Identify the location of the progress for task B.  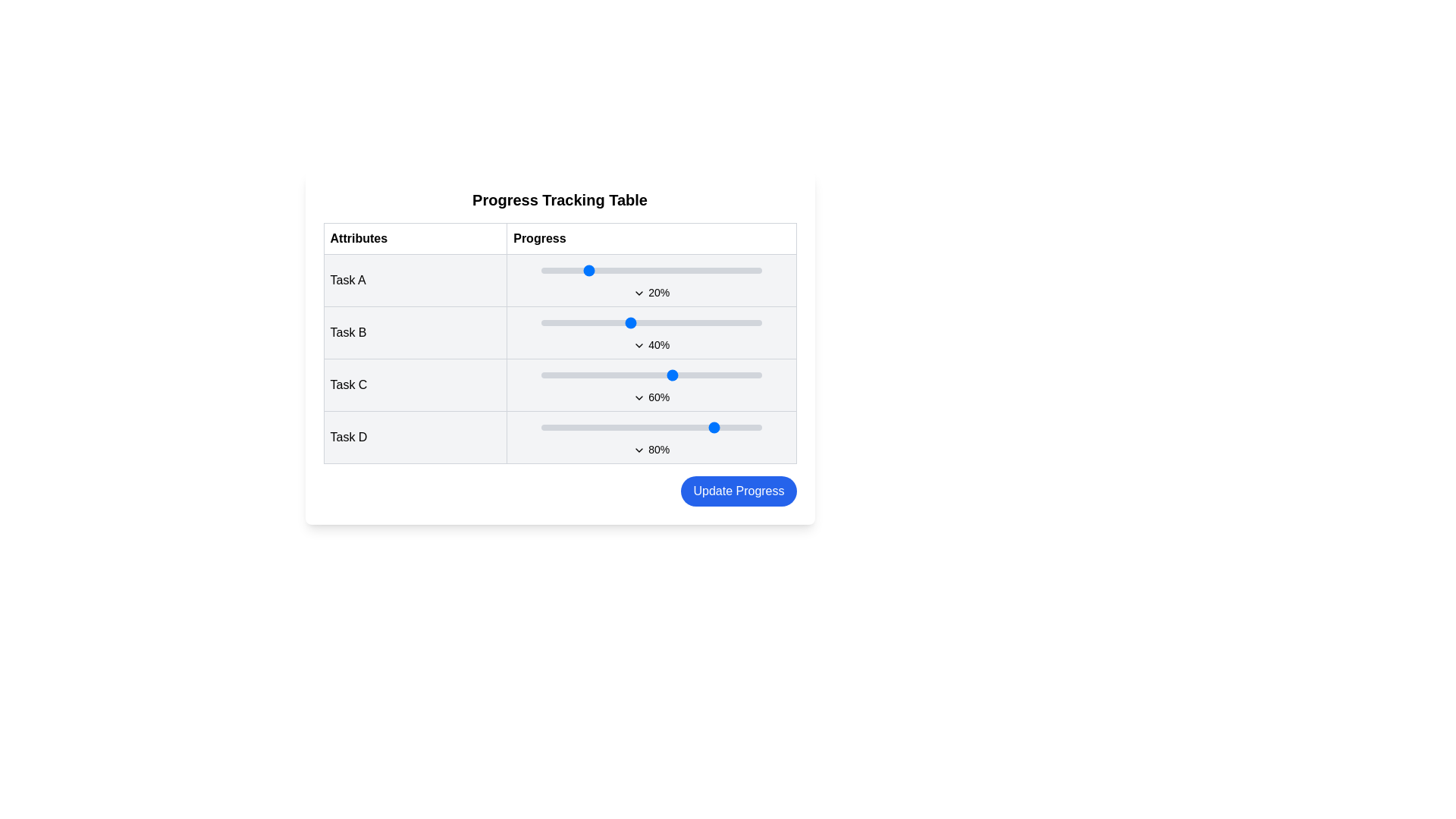
(566, 322).